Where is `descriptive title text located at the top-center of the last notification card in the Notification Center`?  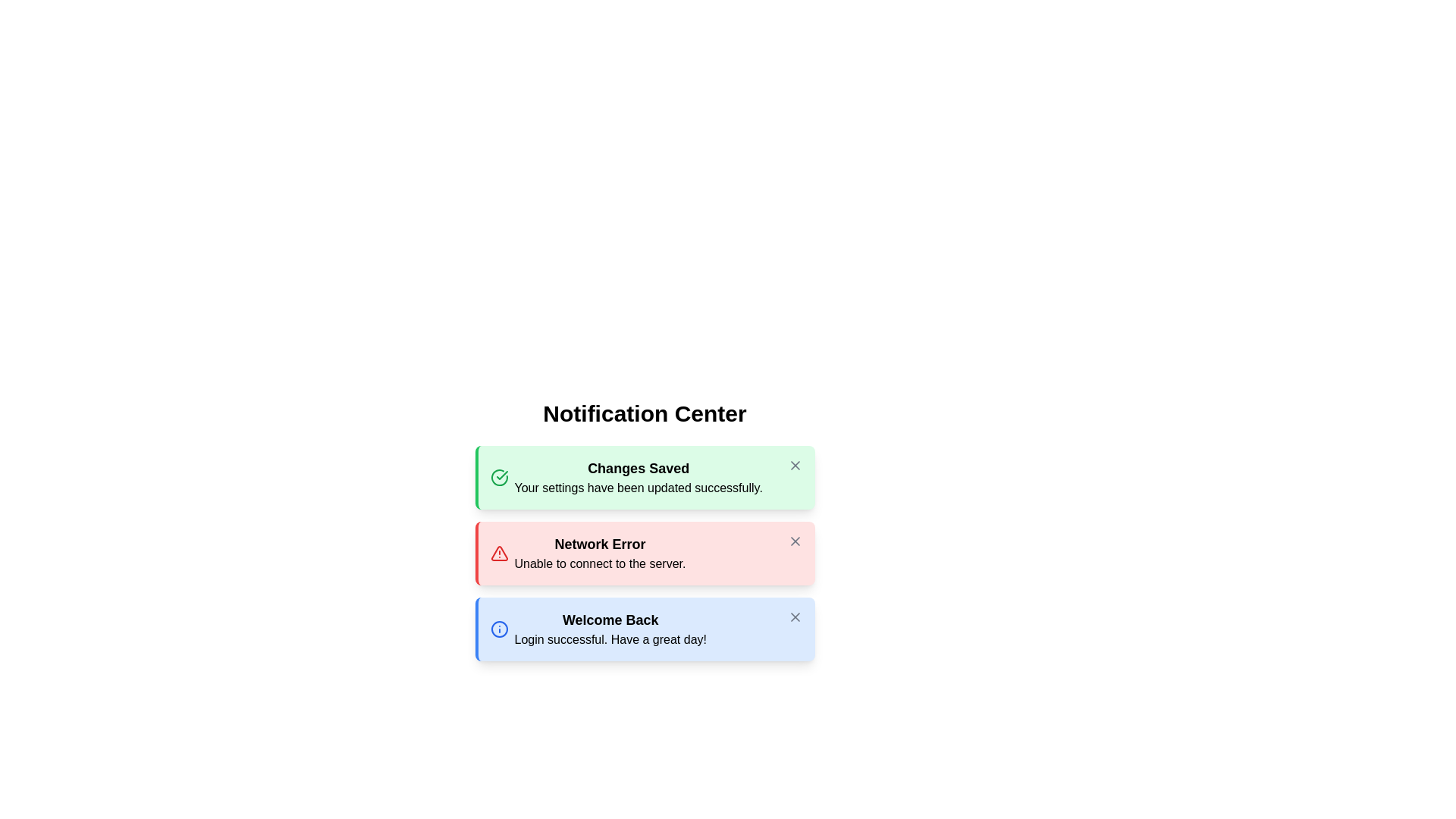 descriptive title text located at the top-center of the last notification card in the Notification Center is located at coordinates (610, 620).